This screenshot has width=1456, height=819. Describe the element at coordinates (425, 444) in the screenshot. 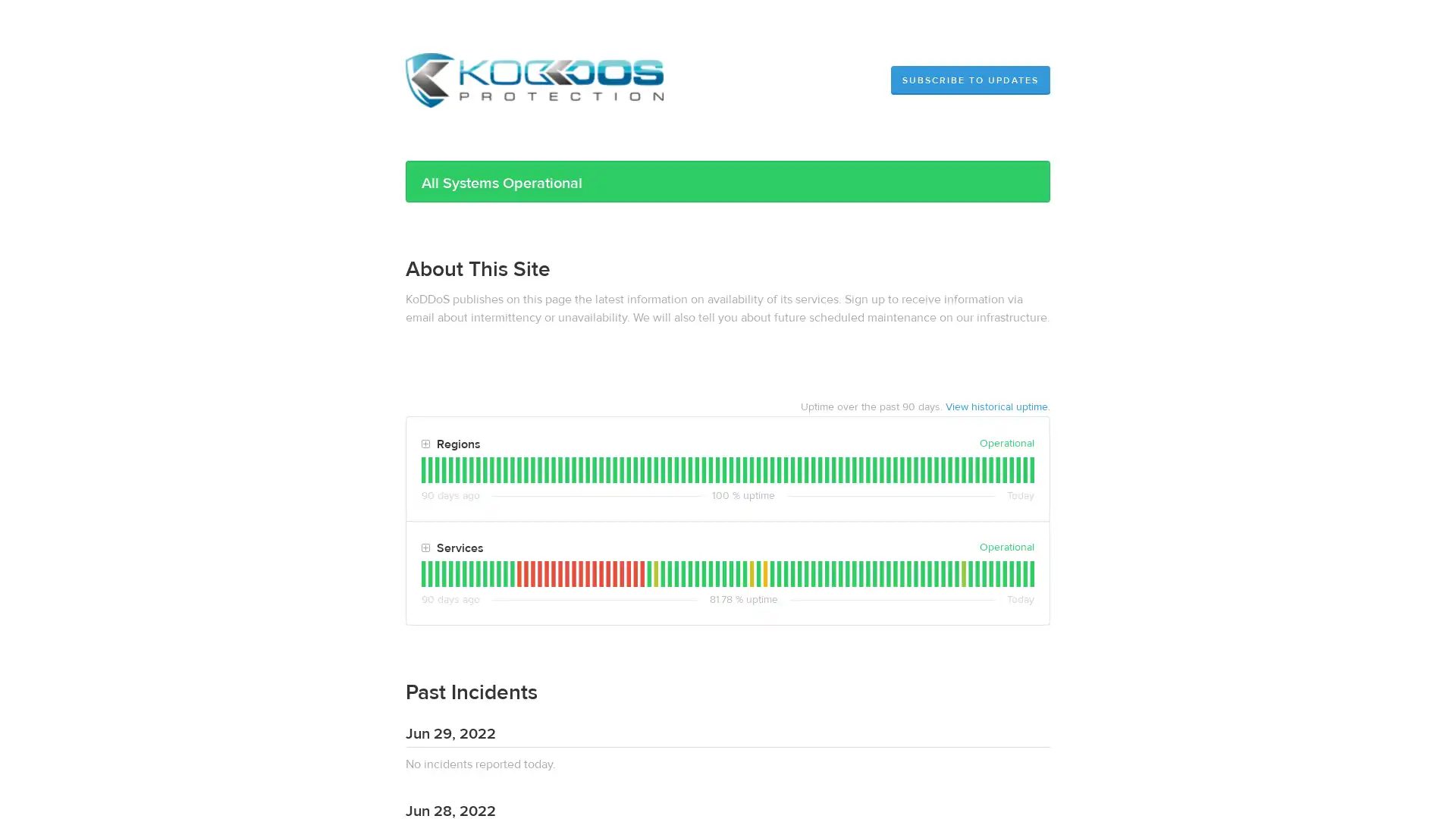

I see `Toggle Regions` at that location.